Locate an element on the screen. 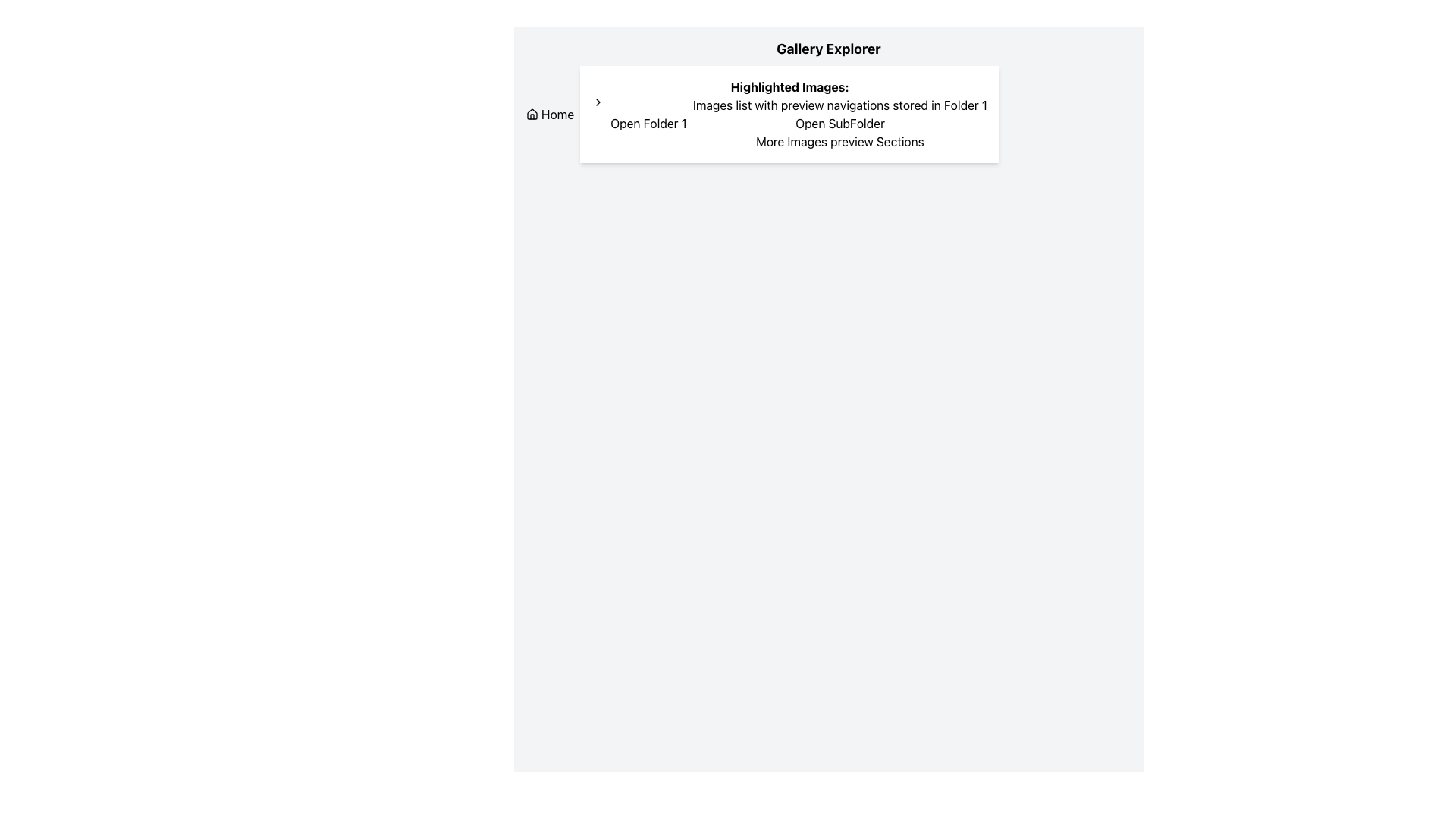 Image resolution: width=1456 pixels, height=819 pixels. the navigation button that expands is located at coordinates (839, 122).